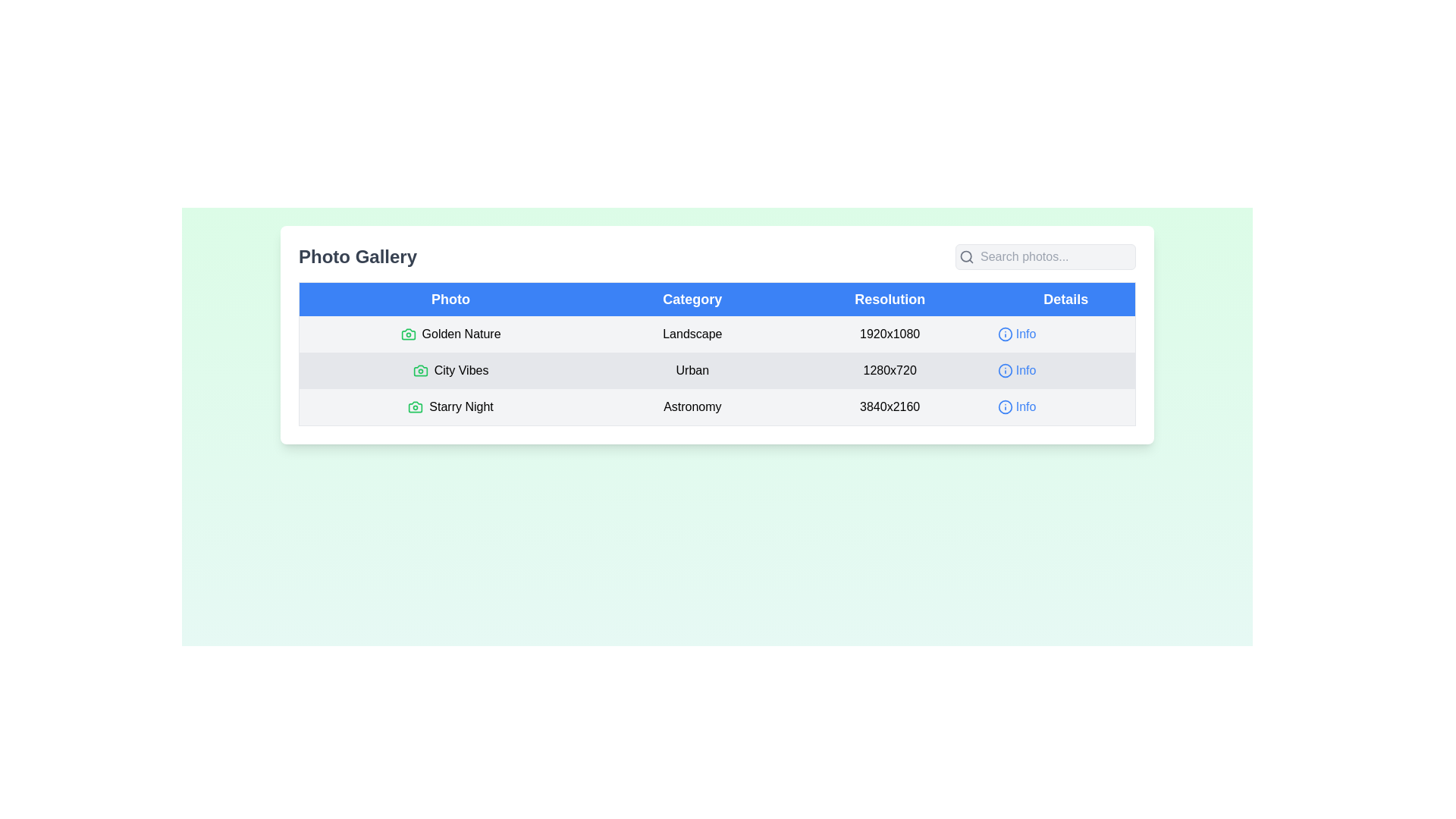  I want to click on the 'Starry Night' text in the third row of the 'Photo' column in the Photo Gallery table, so click(450, 406).